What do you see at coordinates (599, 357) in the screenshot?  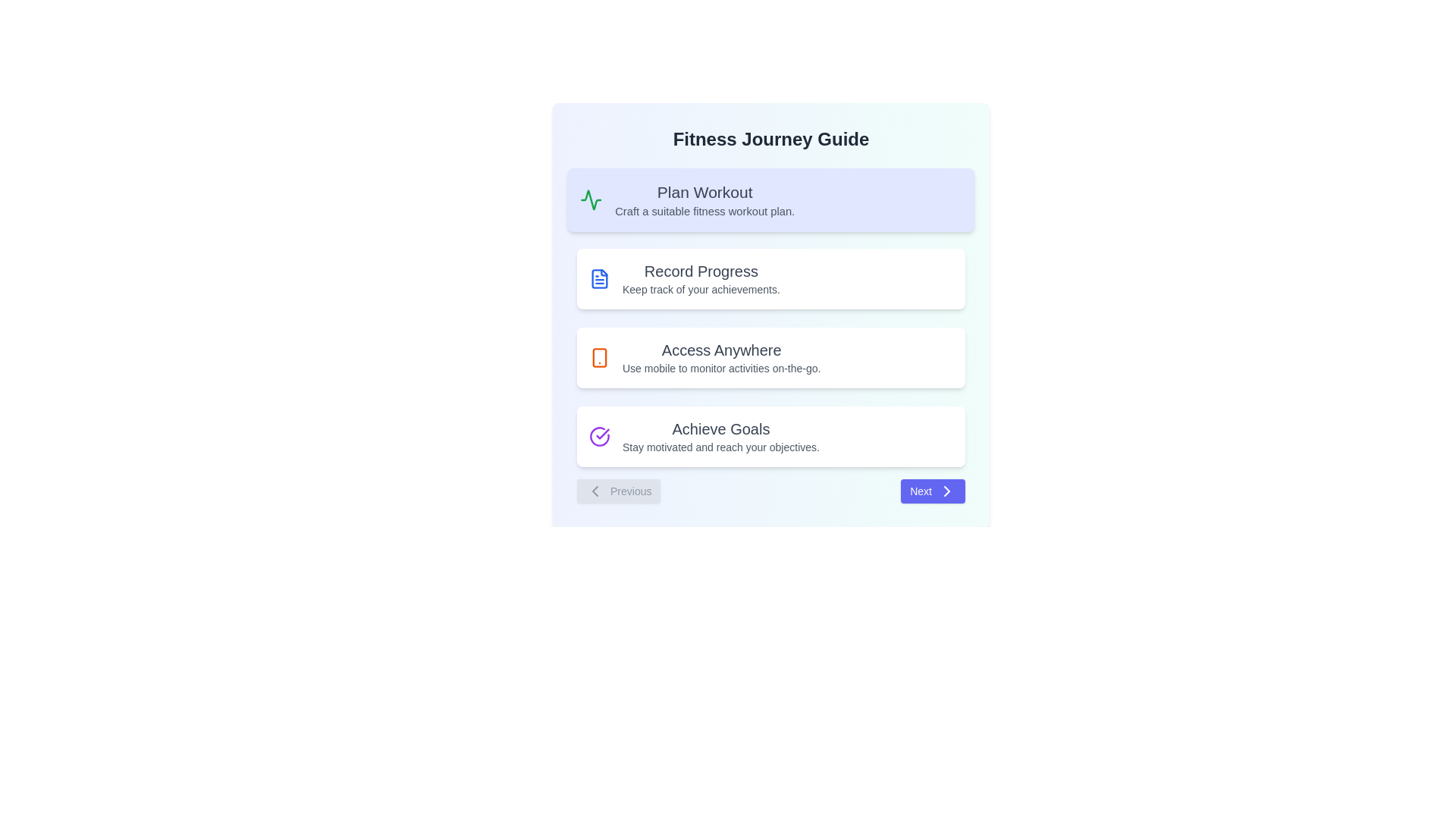 I see `the small orange smartphone icon with a minimalist design located in the 'Access Anywhere' section, which is the third icon from the top` at bounding box center [599, 357].